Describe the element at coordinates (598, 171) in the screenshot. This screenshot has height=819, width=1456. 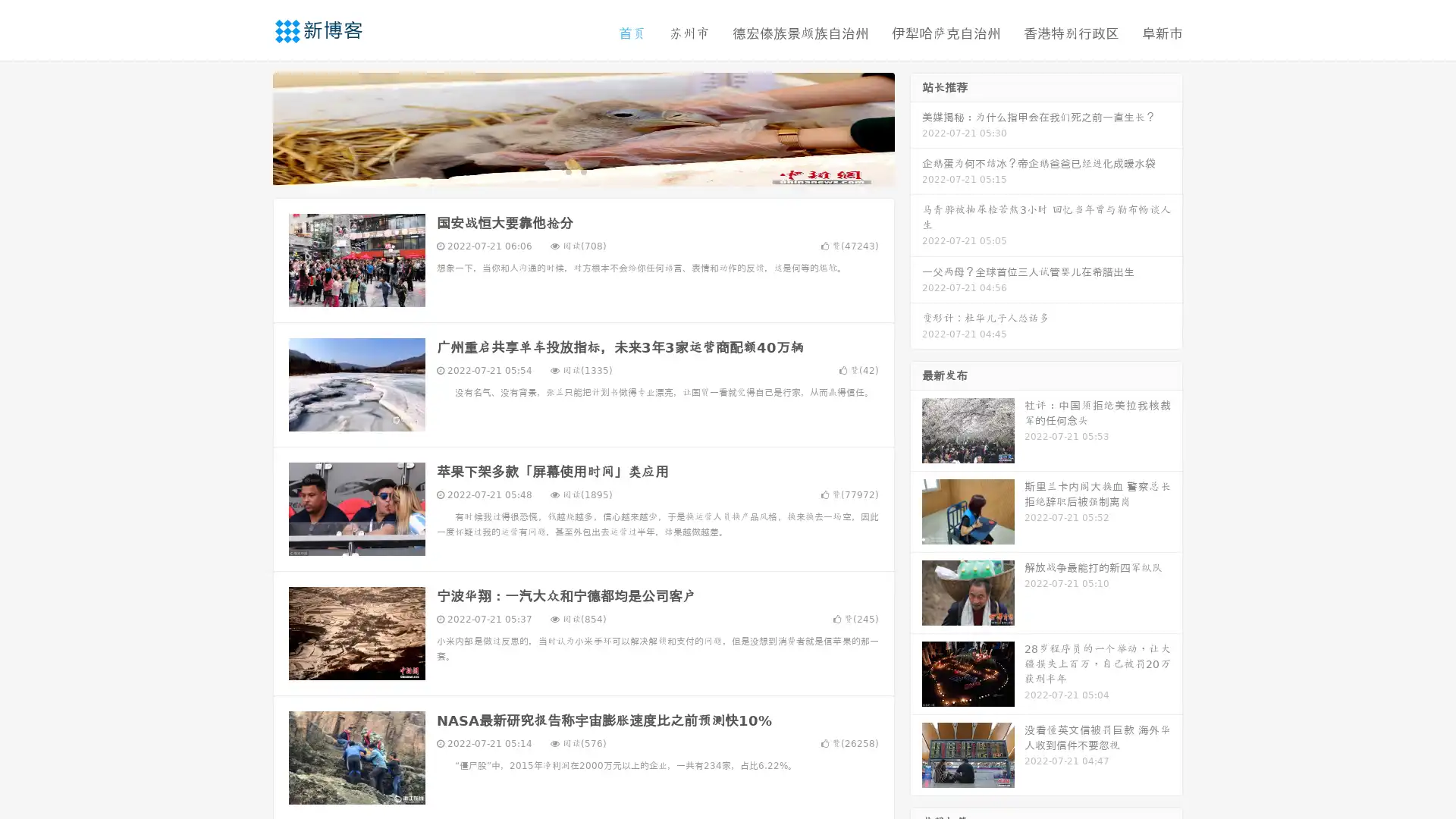
I see `Go to slide 3` at that location.